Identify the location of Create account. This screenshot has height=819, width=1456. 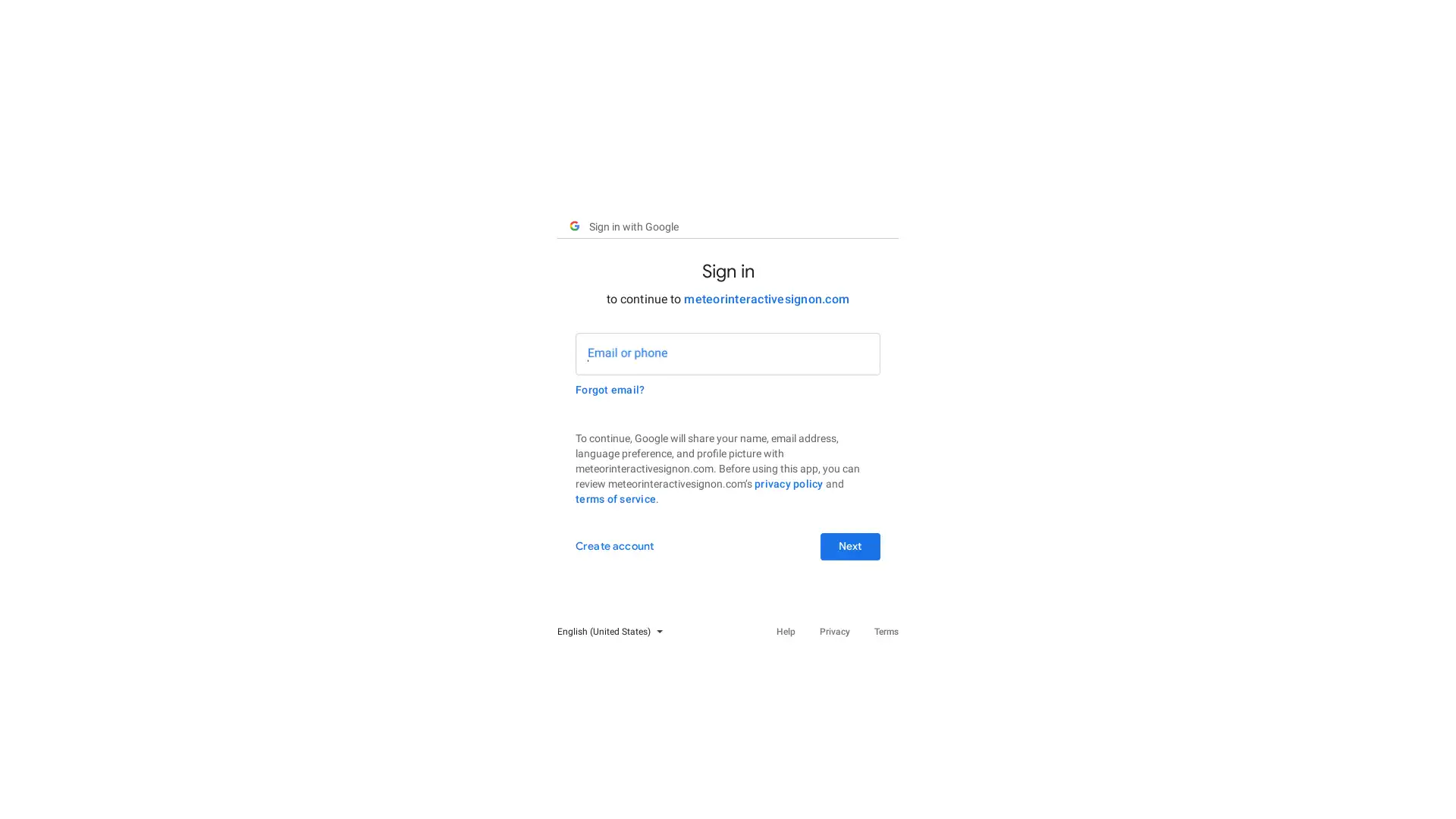
(627, 555).